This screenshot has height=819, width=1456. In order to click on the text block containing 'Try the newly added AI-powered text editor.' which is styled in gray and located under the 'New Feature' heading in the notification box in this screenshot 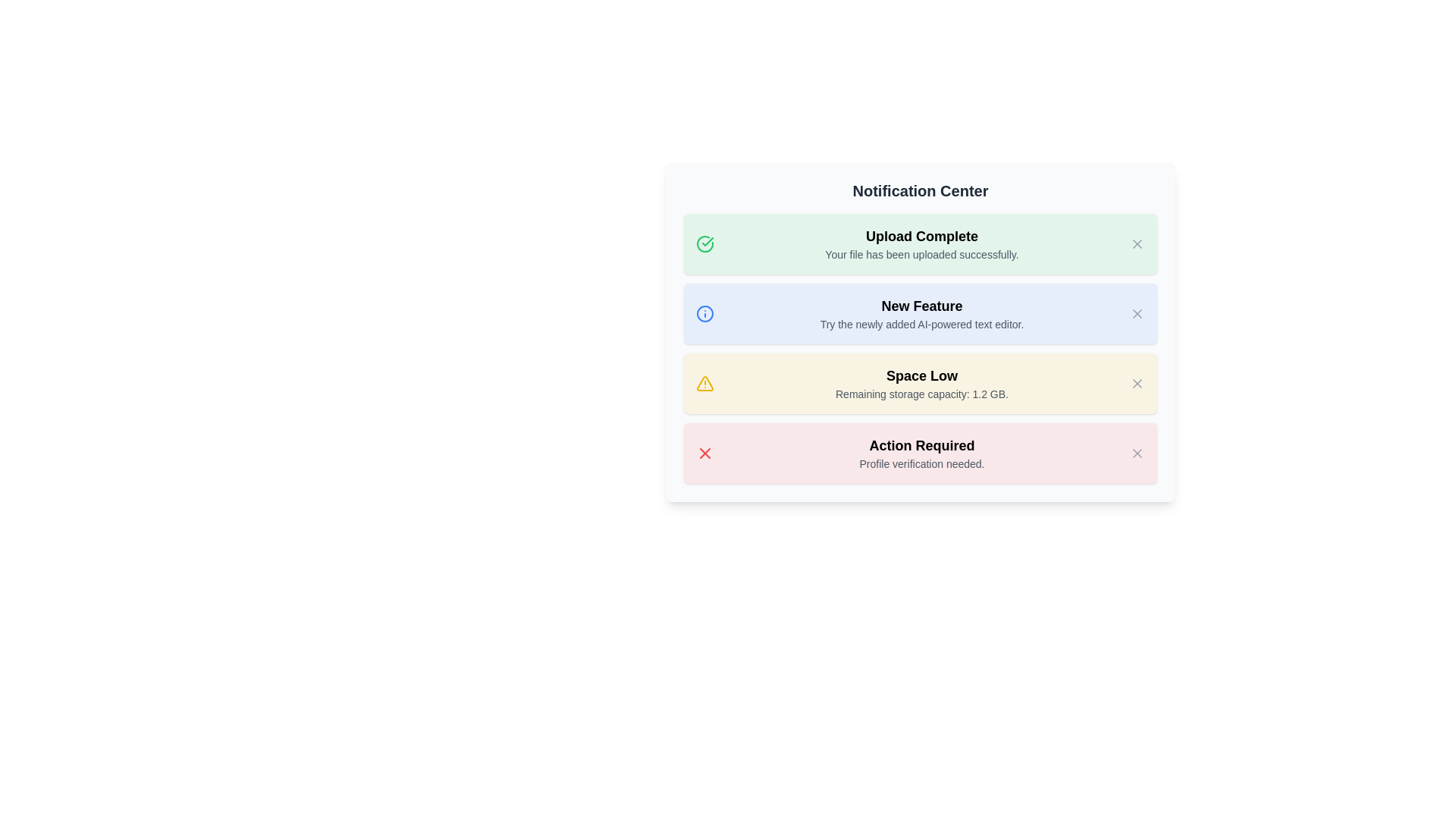, I will do `click(921, 324)`.